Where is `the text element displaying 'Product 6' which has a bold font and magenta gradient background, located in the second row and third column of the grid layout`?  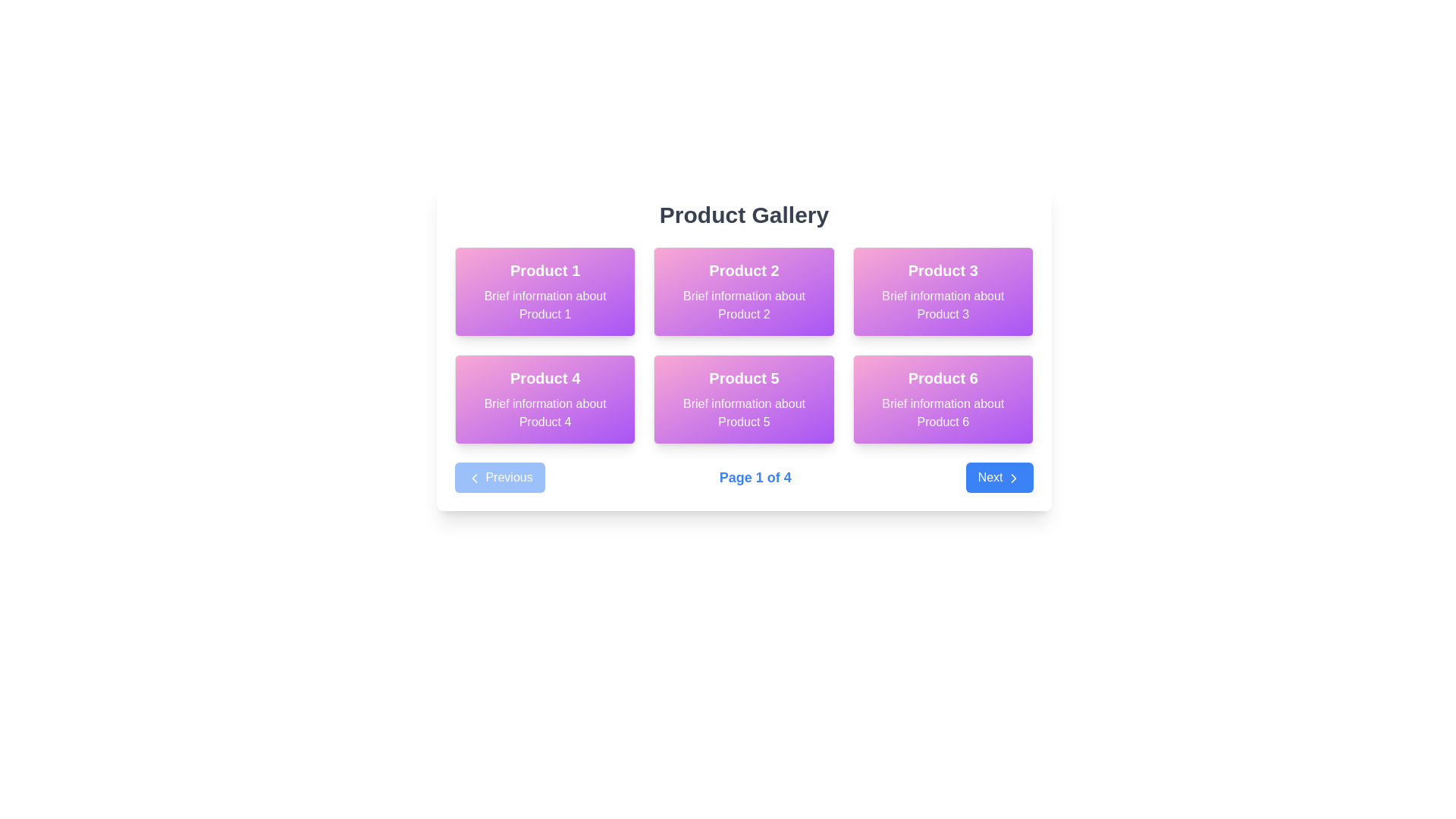 the text element displaying 'Product 6' which has a bold font and magenta gradient background, located in the second row and third column of the grid layout is located at coordinates (942, 377).